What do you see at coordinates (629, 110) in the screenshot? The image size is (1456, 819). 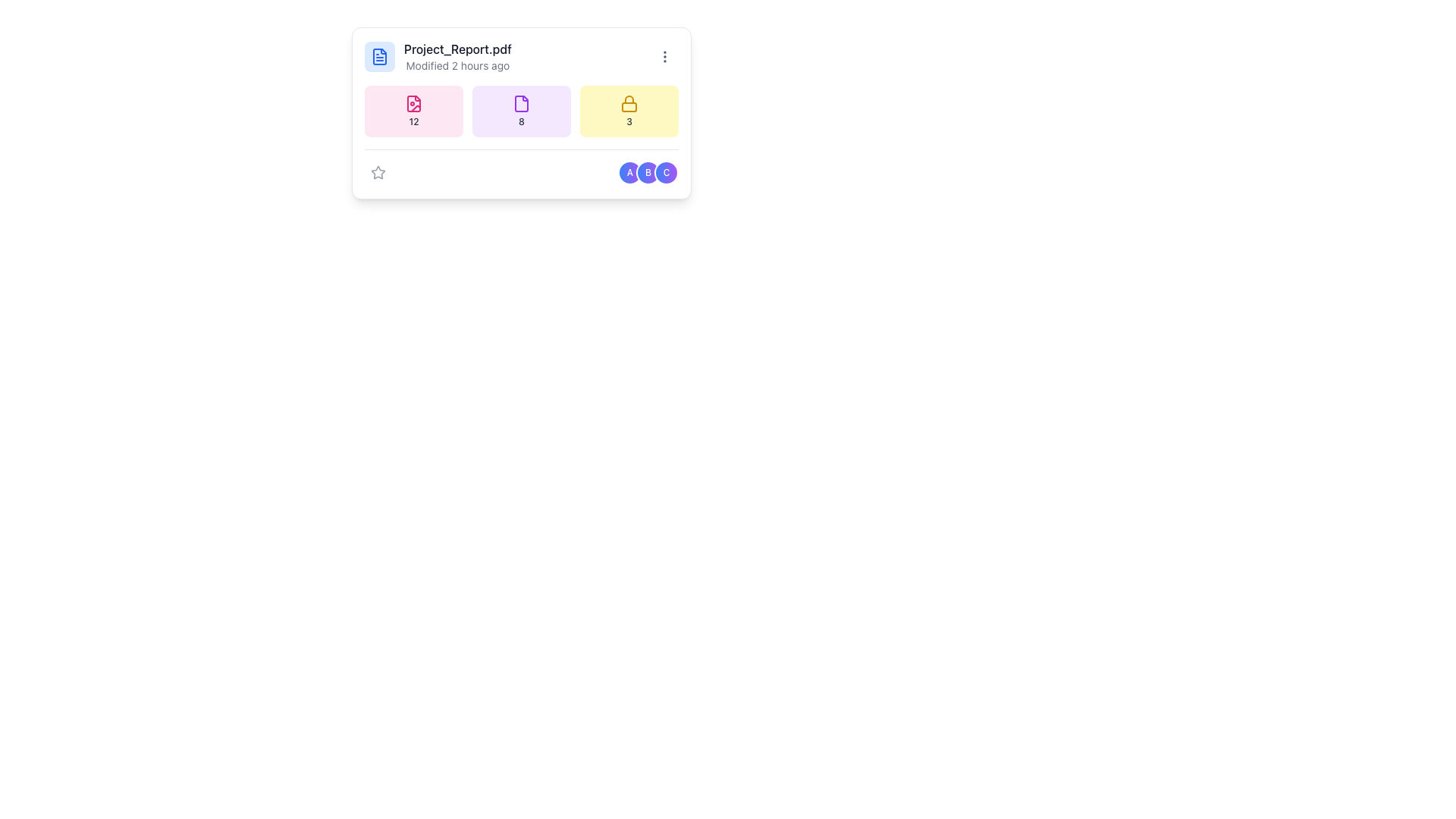 I see `the yellow button with a lock icon above the number '3'` at bounding box center [629, 110].